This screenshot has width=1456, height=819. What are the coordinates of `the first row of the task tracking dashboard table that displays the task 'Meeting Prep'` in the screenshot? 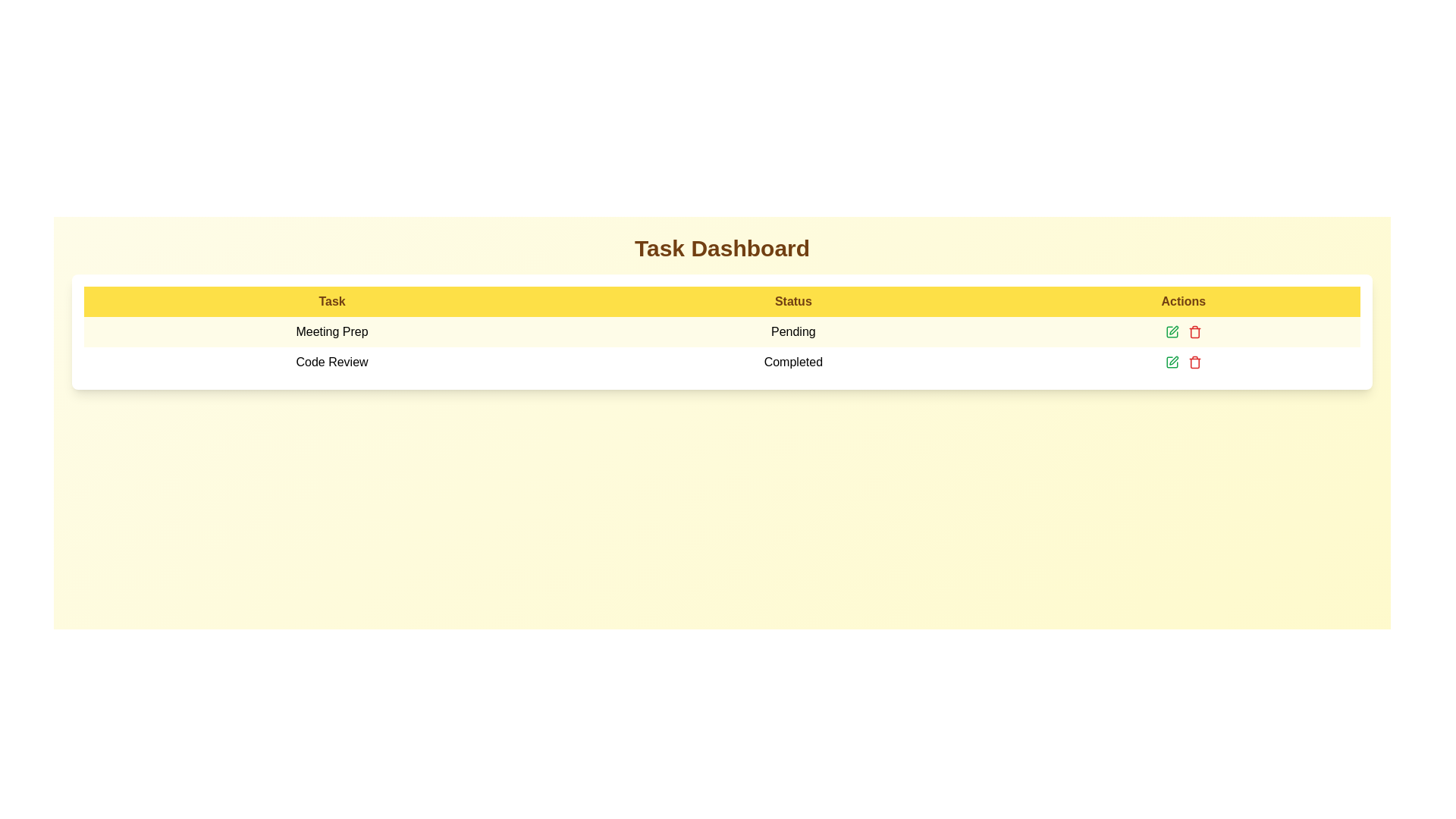 It's located at (721, 347).